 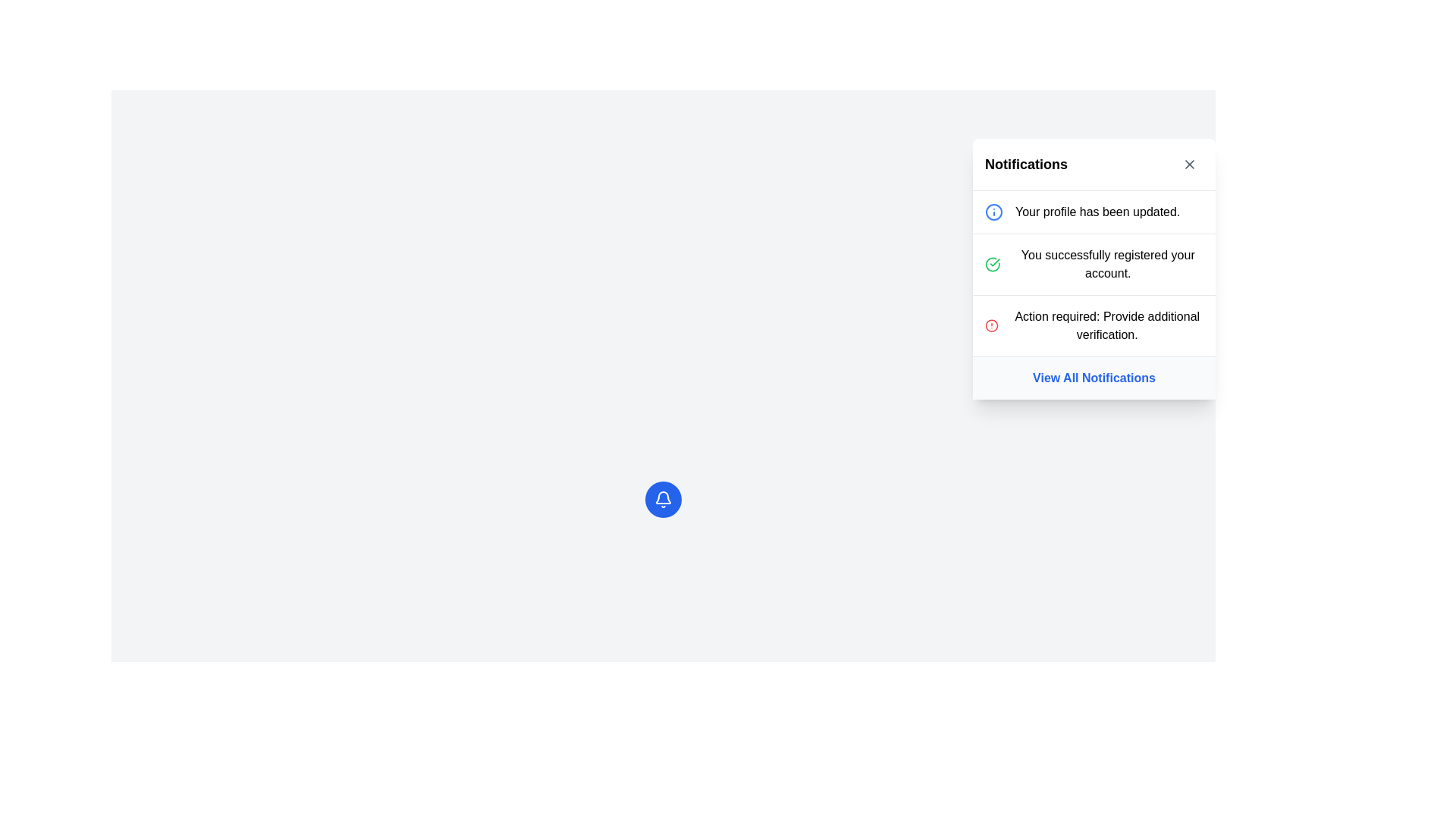 What do you see at coordinates (1026, 164) in the screenshot?
I see `text label that serves as the title for the notification section, located at the top left of the notification panel header` at bounding box center [1026, 164].